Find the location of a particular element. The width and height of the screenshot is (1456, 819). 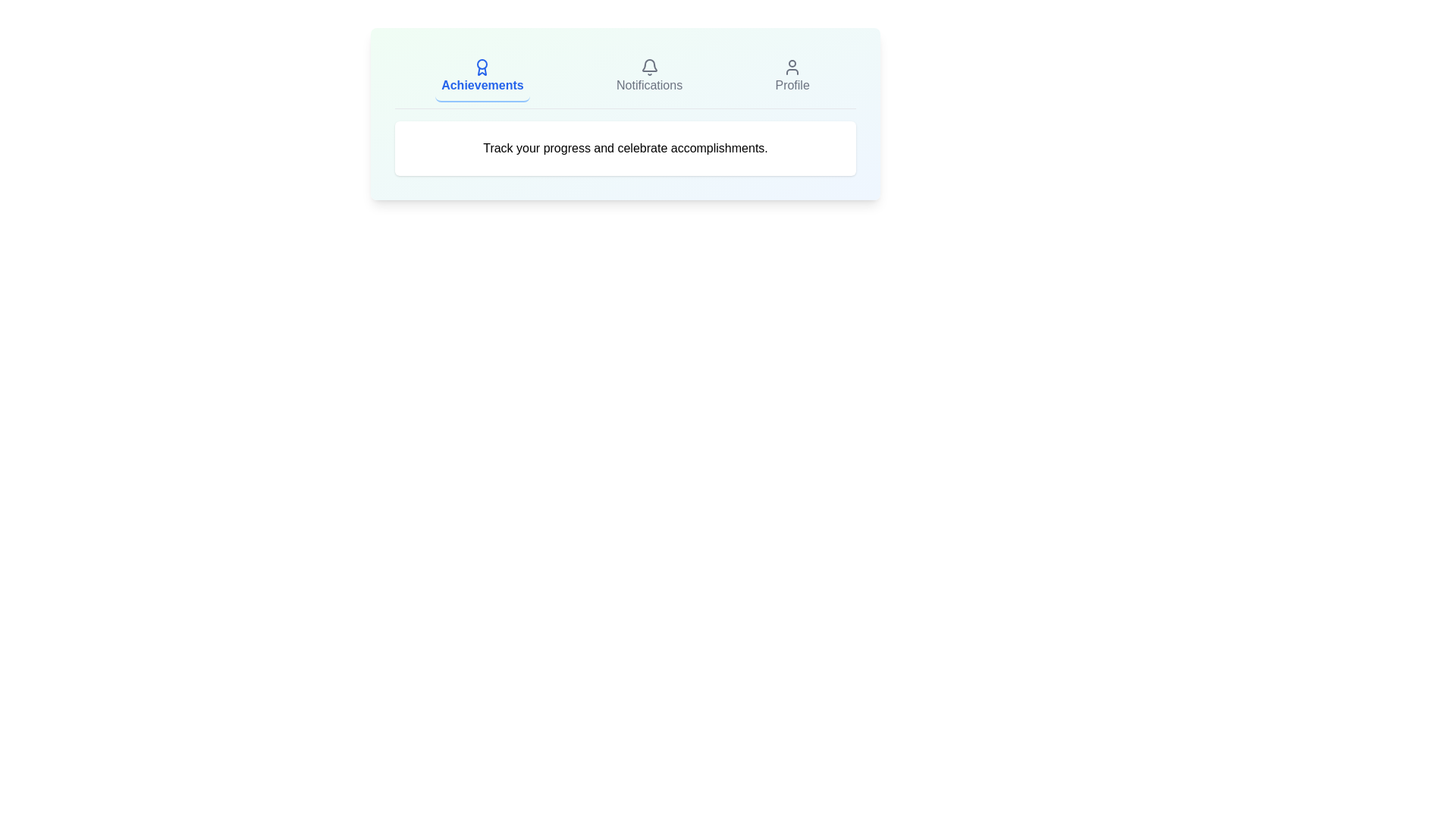

the Notifications tab to view its content is located at coordinates (649, 77).